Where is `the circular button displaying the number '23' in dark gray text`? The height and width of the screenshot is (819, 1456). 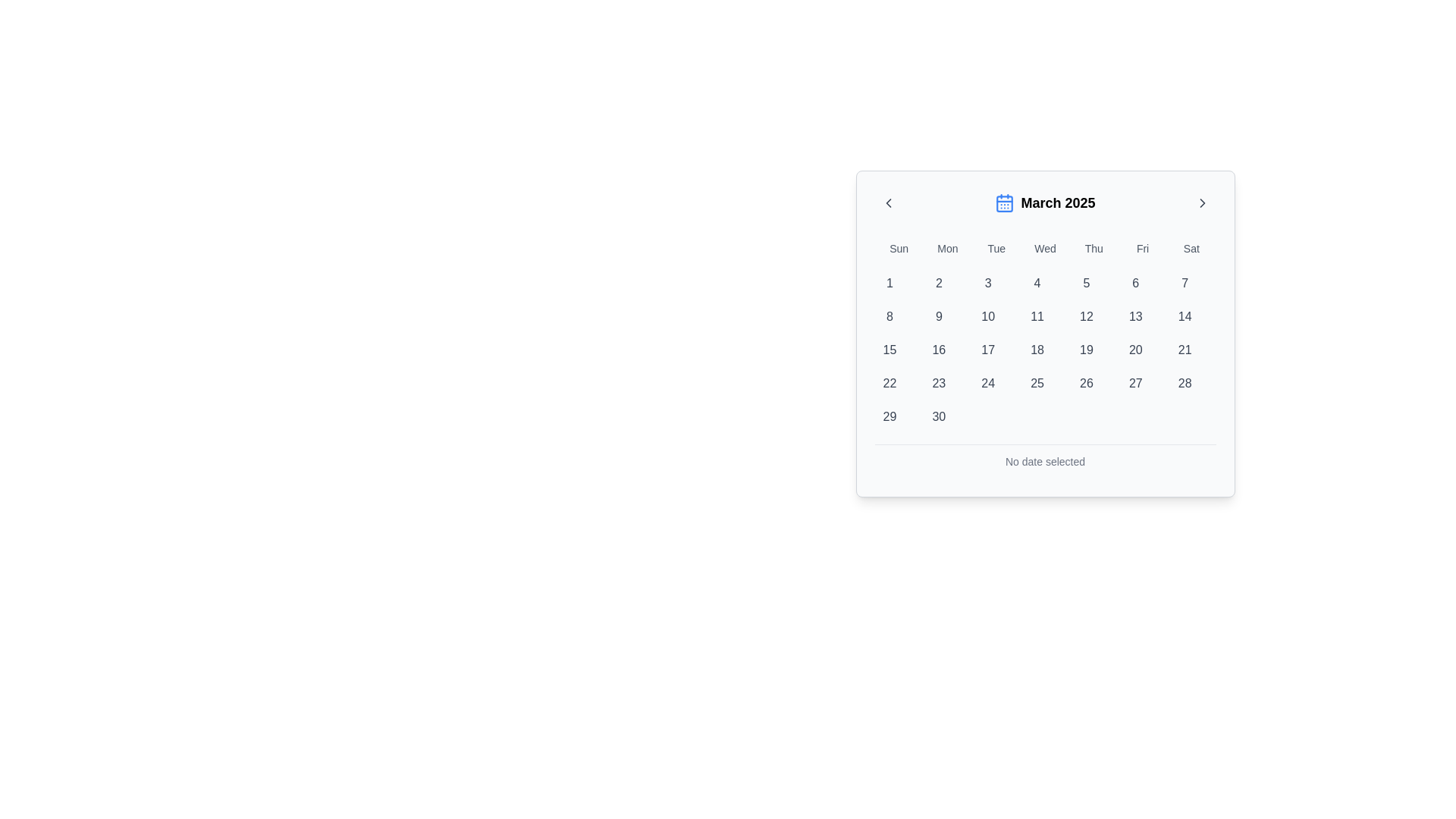
the circular button displaying the number '23' in dark gray text is located at coordinates (938, 382).